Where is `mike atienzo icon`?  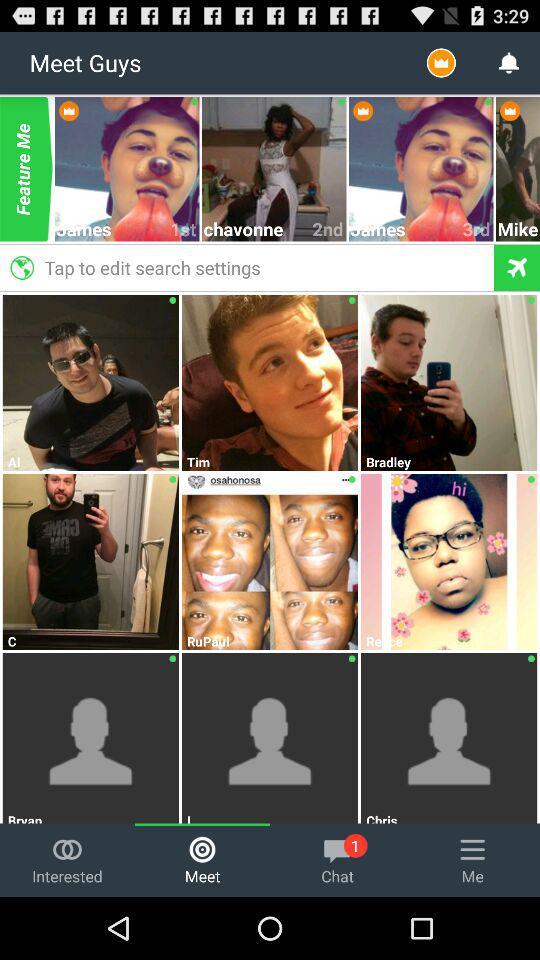 mike atienzo icon is located at coordinates (518, 229).